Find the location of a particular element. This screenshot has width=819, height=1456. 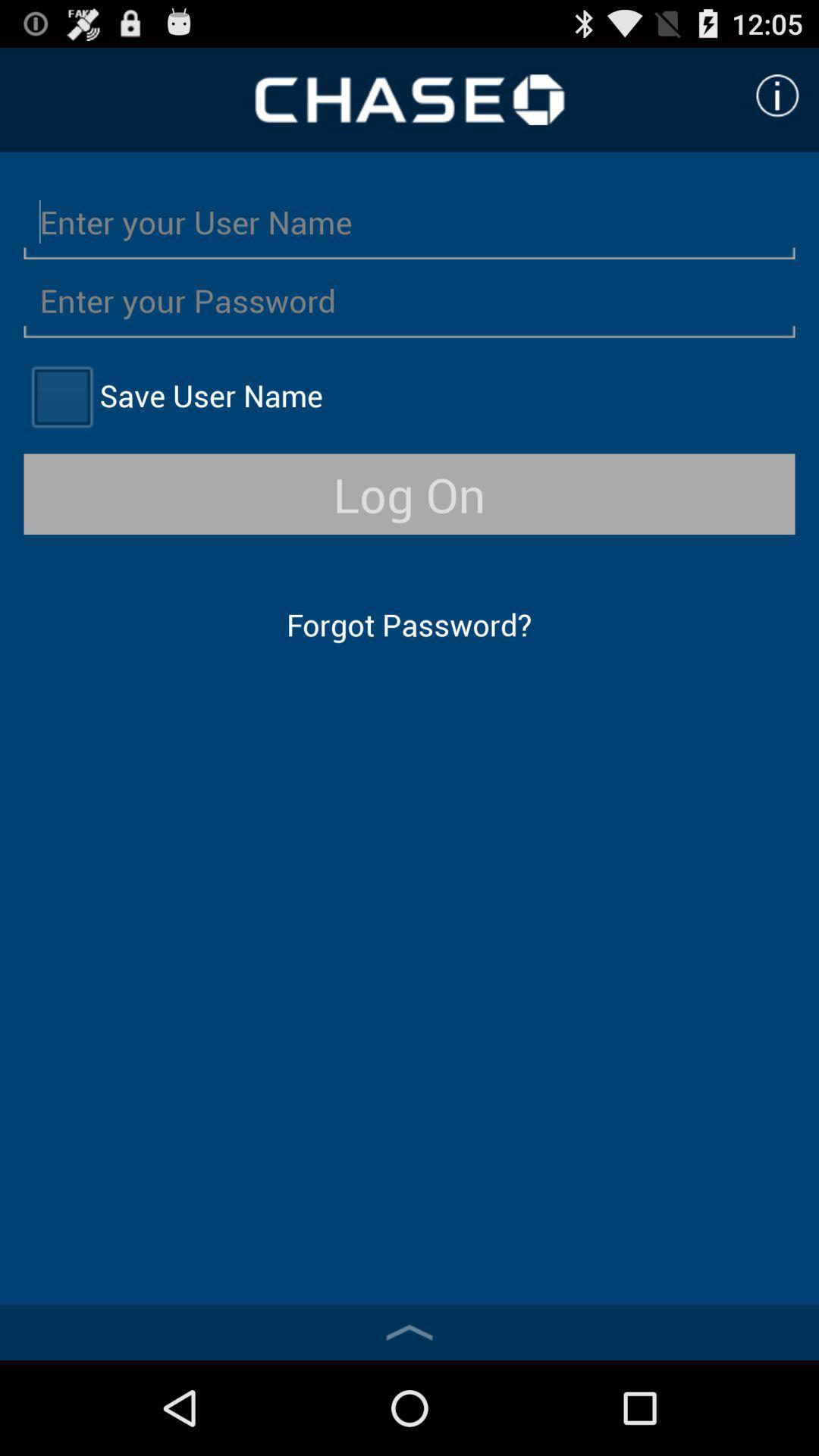

the item below forgot password? icon is located at coordinates (409, 1332).